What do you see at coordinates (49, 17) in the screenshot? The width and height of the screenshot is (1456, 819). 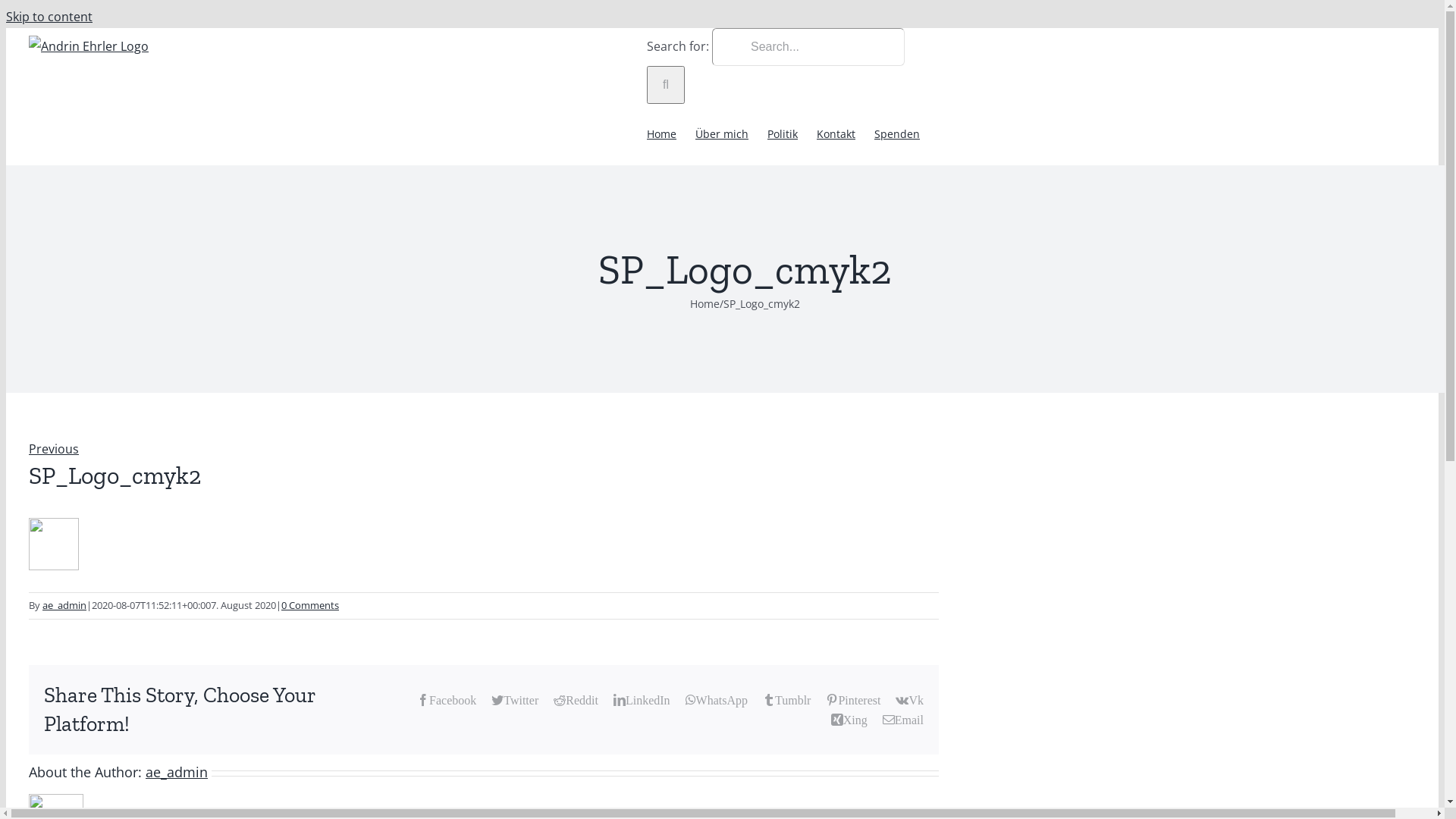 I see `'Skip to content'` at bounding box center [49, 17].